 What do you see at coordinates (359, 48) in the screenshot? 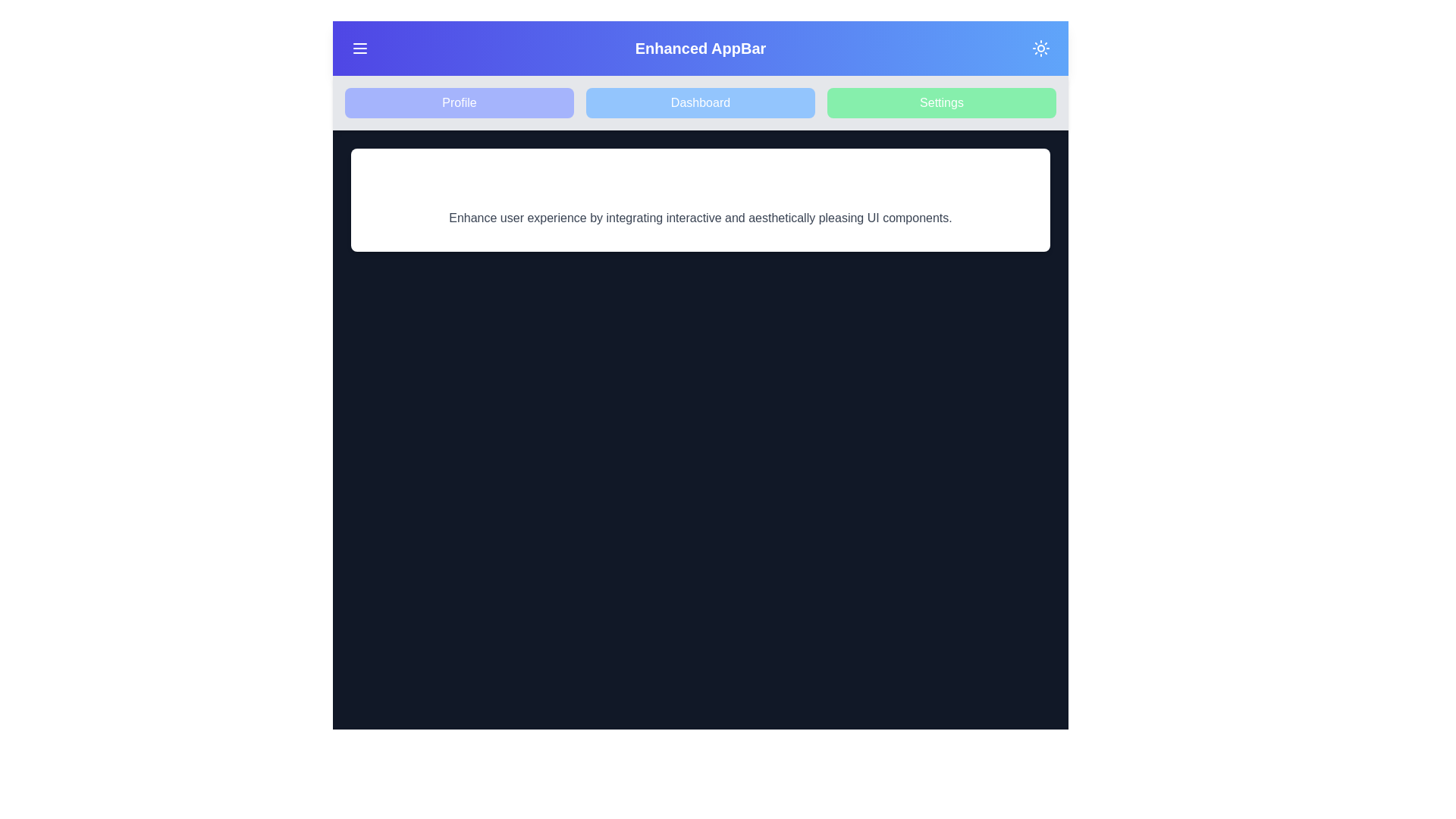
I see `the menu toggle button to toggle the visibility of the menu` at bounding box center [359, 48].